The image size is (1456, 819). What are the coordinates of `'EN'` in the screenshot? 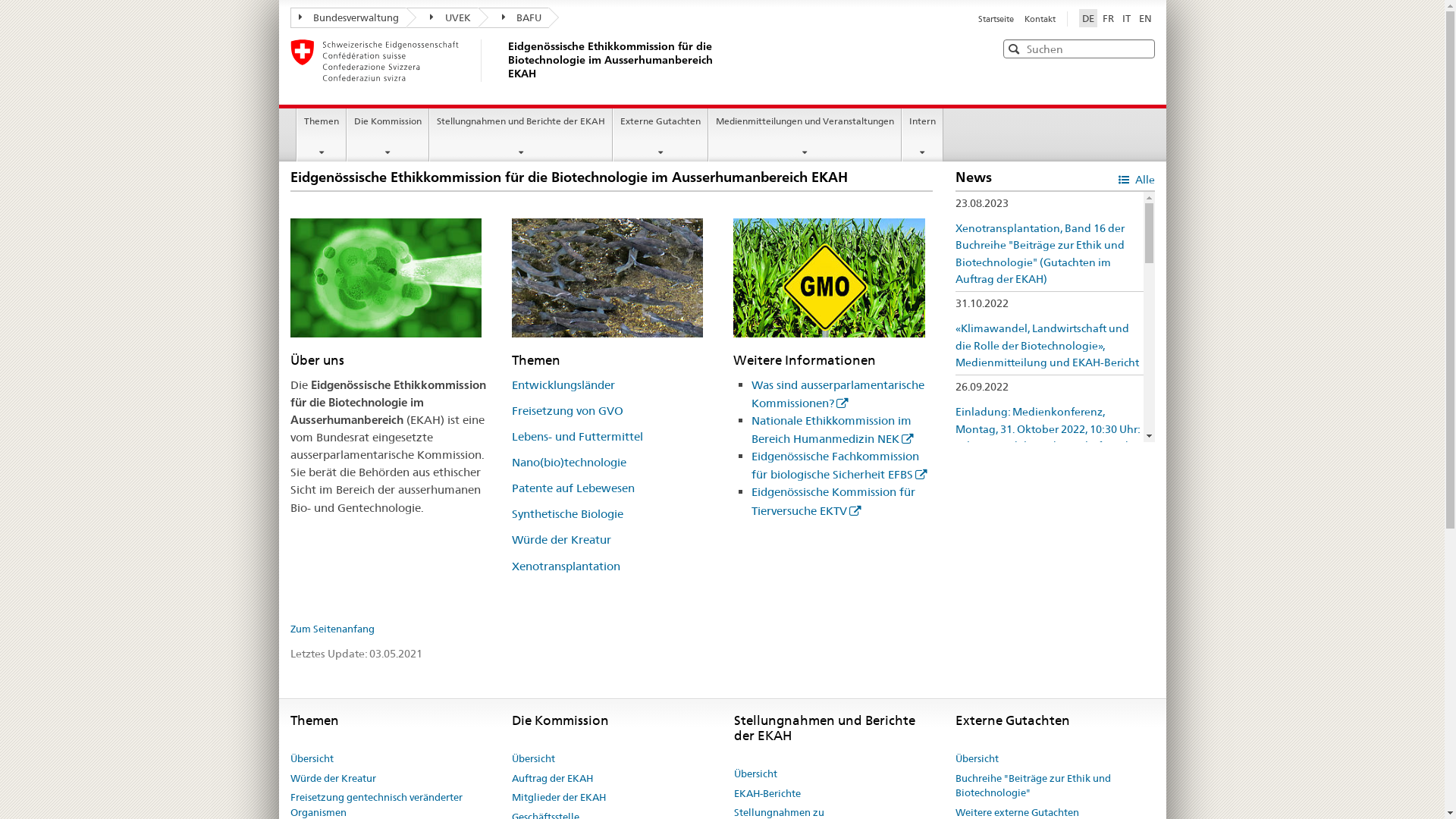 It's located at (1145, 17).